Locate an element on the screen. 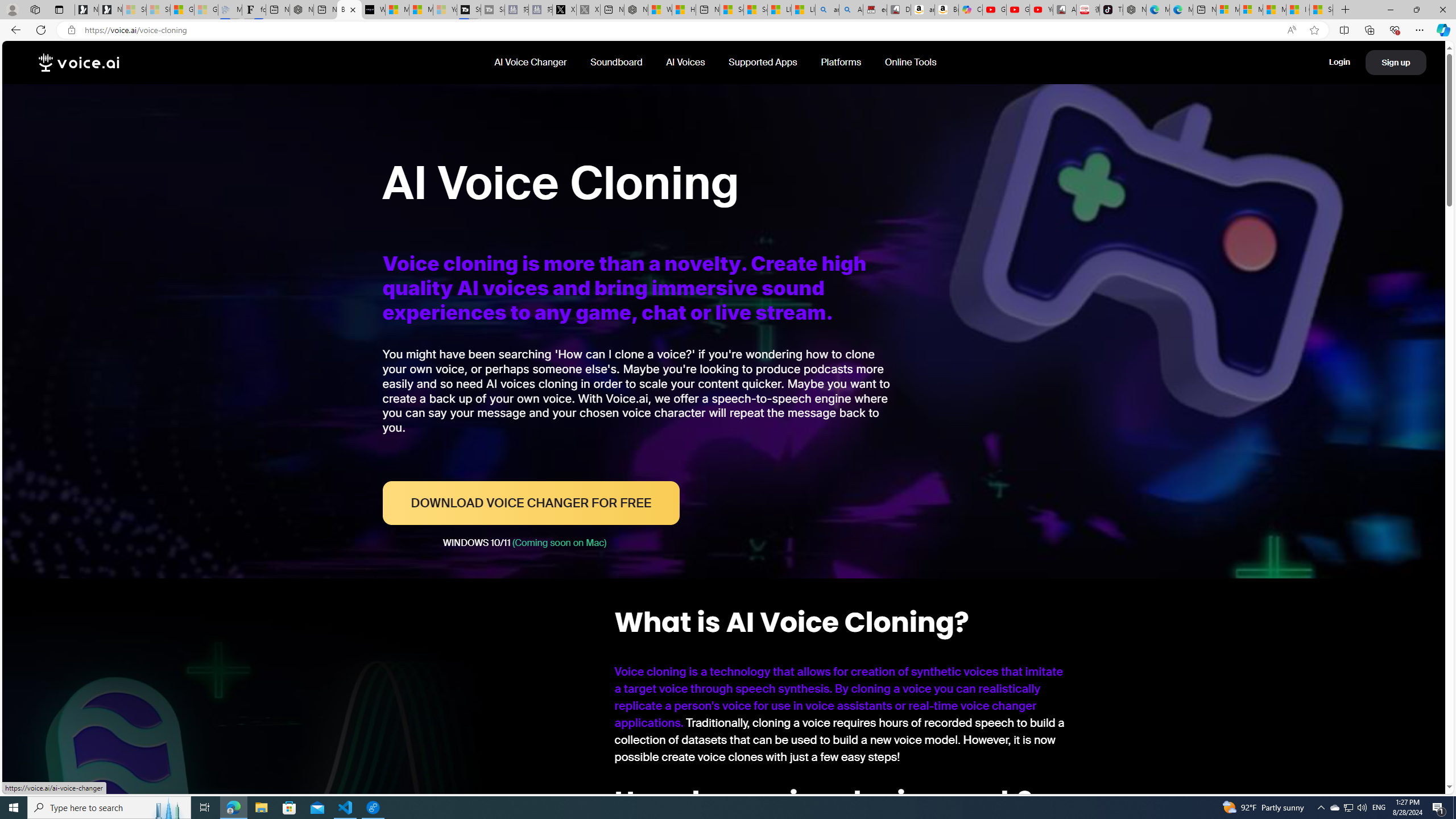  'Supported Apps ' is located at coordinates (763, 61).